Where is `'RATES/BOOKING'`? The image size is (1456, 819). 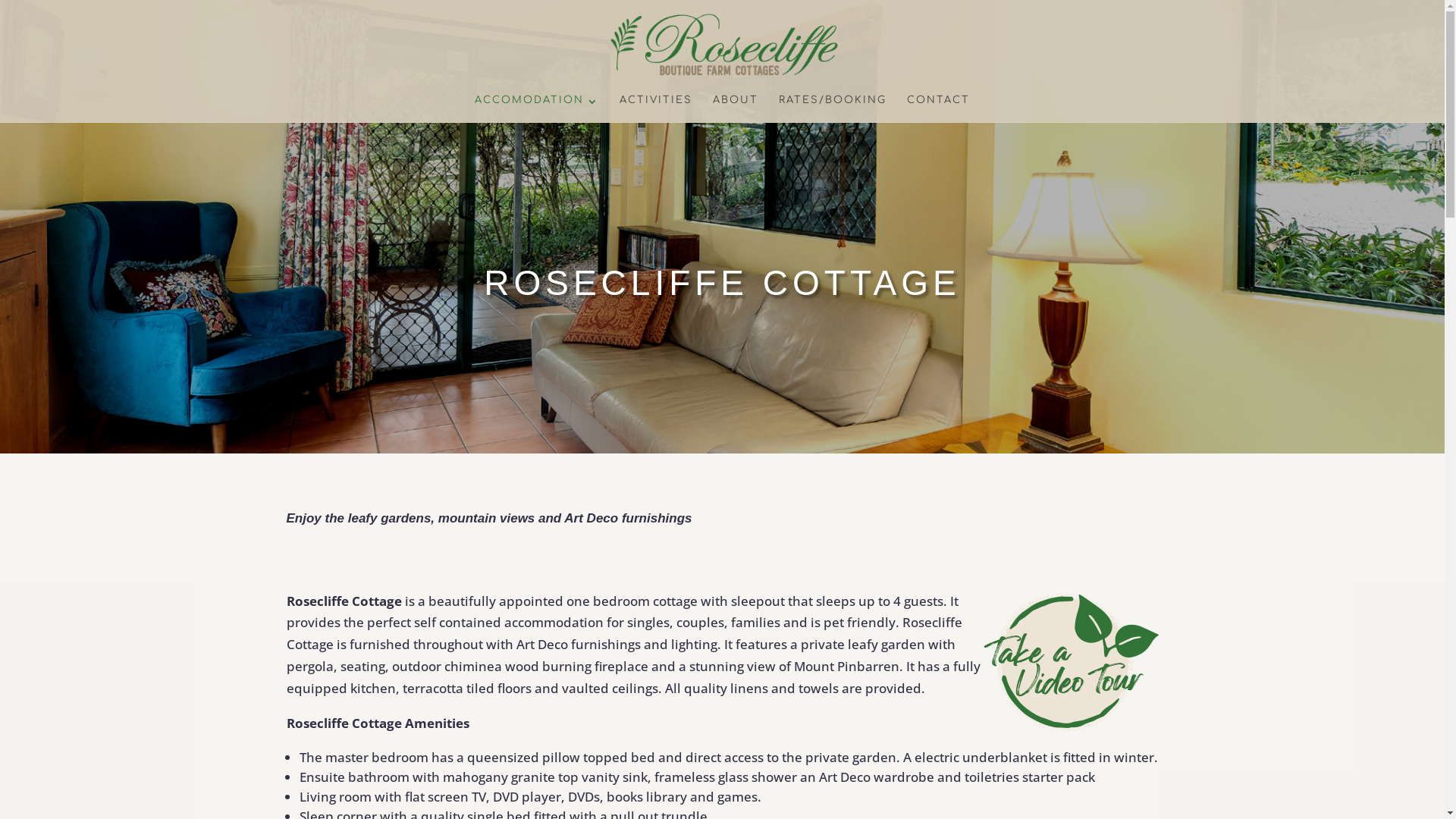 'RATES/BOOKING' is located at coordinates (779, 108).